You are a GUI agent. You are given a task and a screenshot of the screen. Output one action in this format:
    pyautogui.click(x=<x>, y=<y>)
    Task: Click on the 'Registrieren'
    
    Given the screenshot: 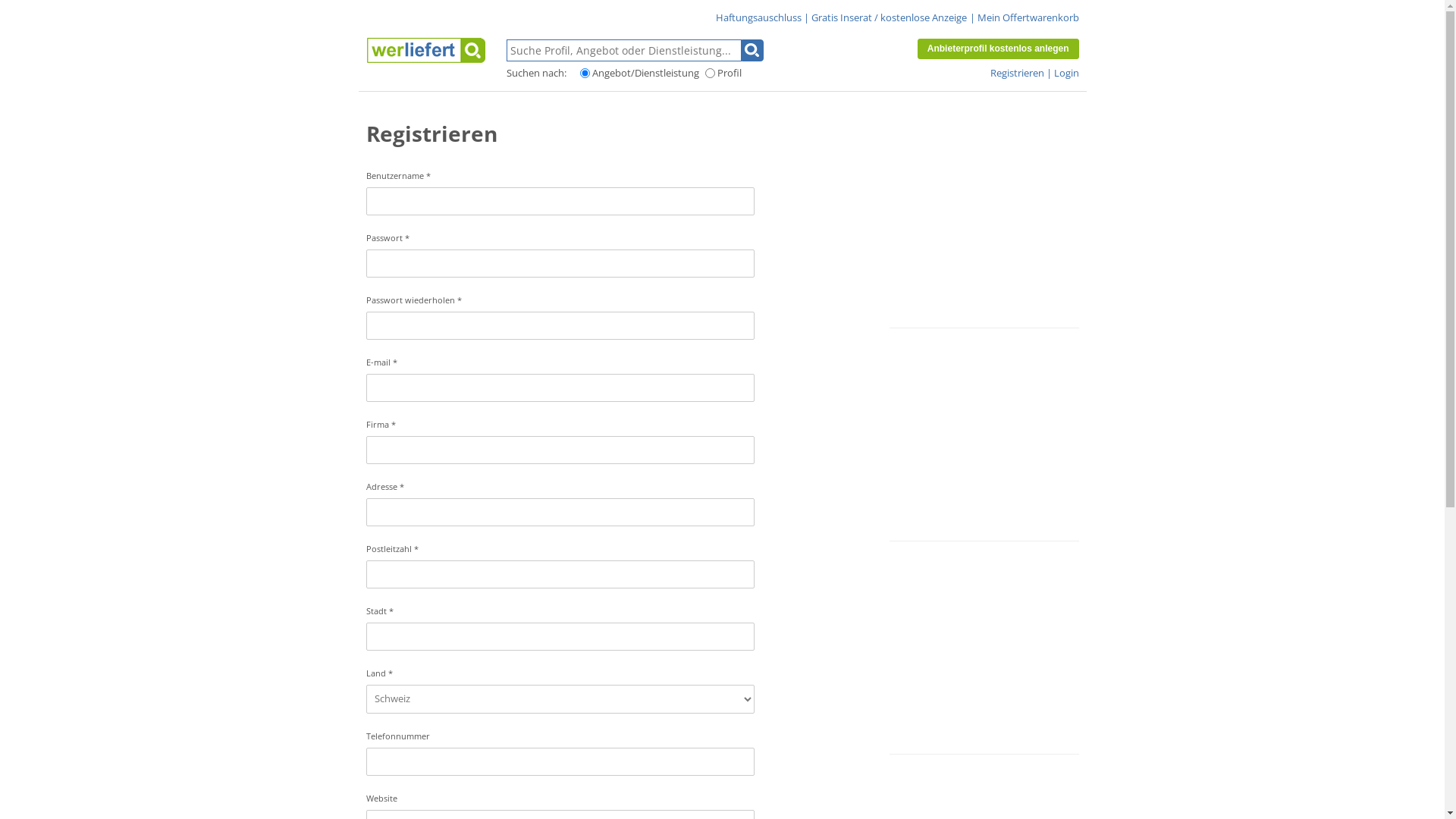 What is the action you would take?
    pyautogui.click(x=1017, y=73)
    